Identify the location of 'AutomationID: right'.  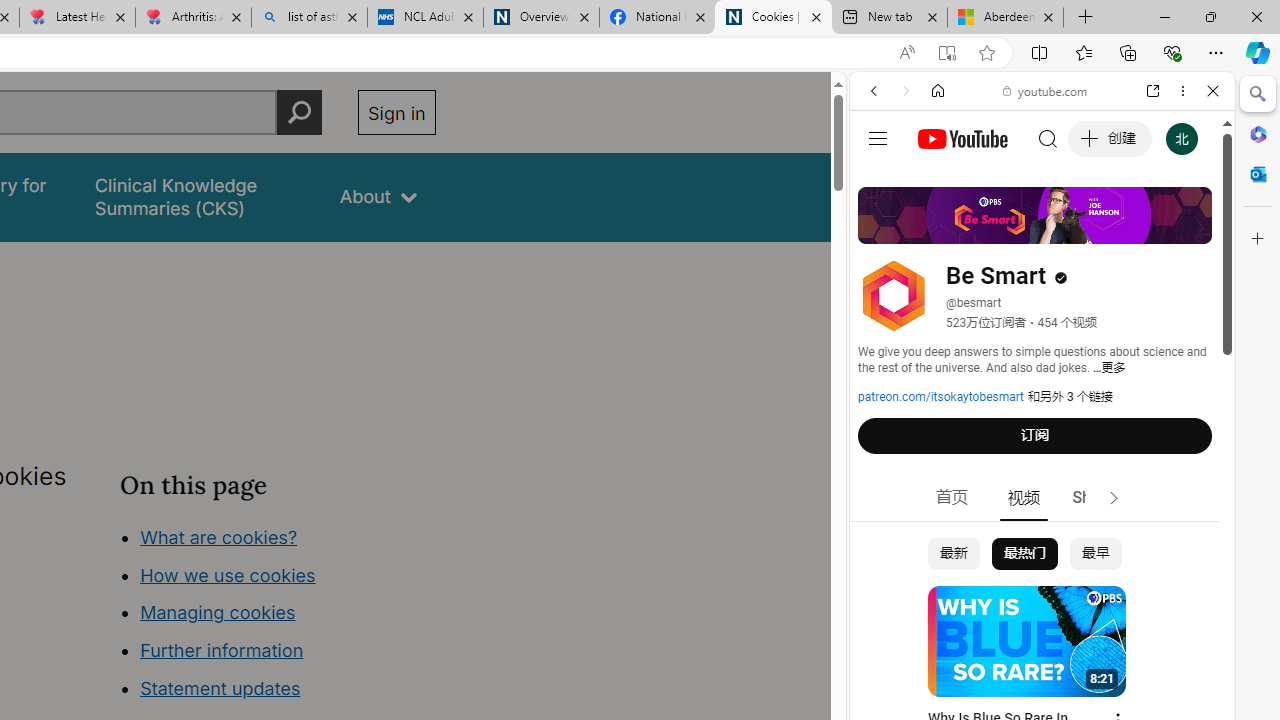
(1113, 497).